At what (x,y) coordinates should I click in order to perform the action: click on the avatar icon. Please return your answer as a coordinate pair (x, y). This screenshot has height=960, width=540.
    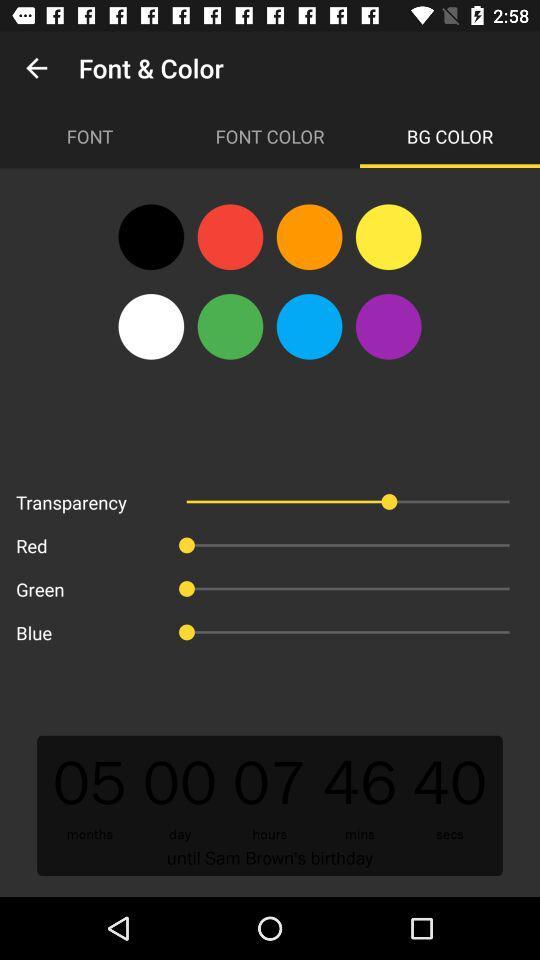
    Looking at the image, I should click on (388, 326).